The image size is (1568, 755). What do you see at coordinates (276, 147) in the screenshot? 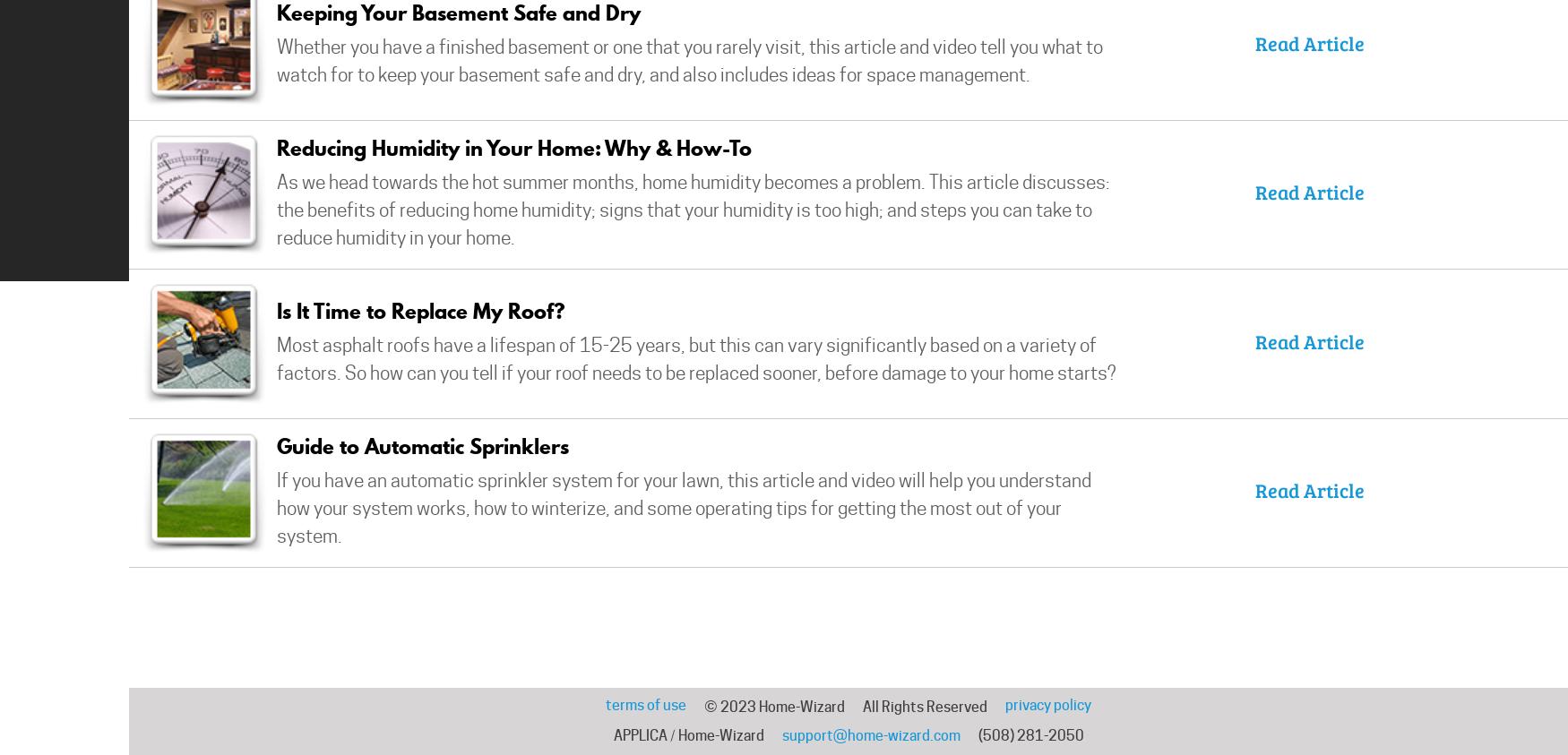
I see `'Reducing Humidity in Your Home: Why & How-To'` at bounding box center [276, 147].